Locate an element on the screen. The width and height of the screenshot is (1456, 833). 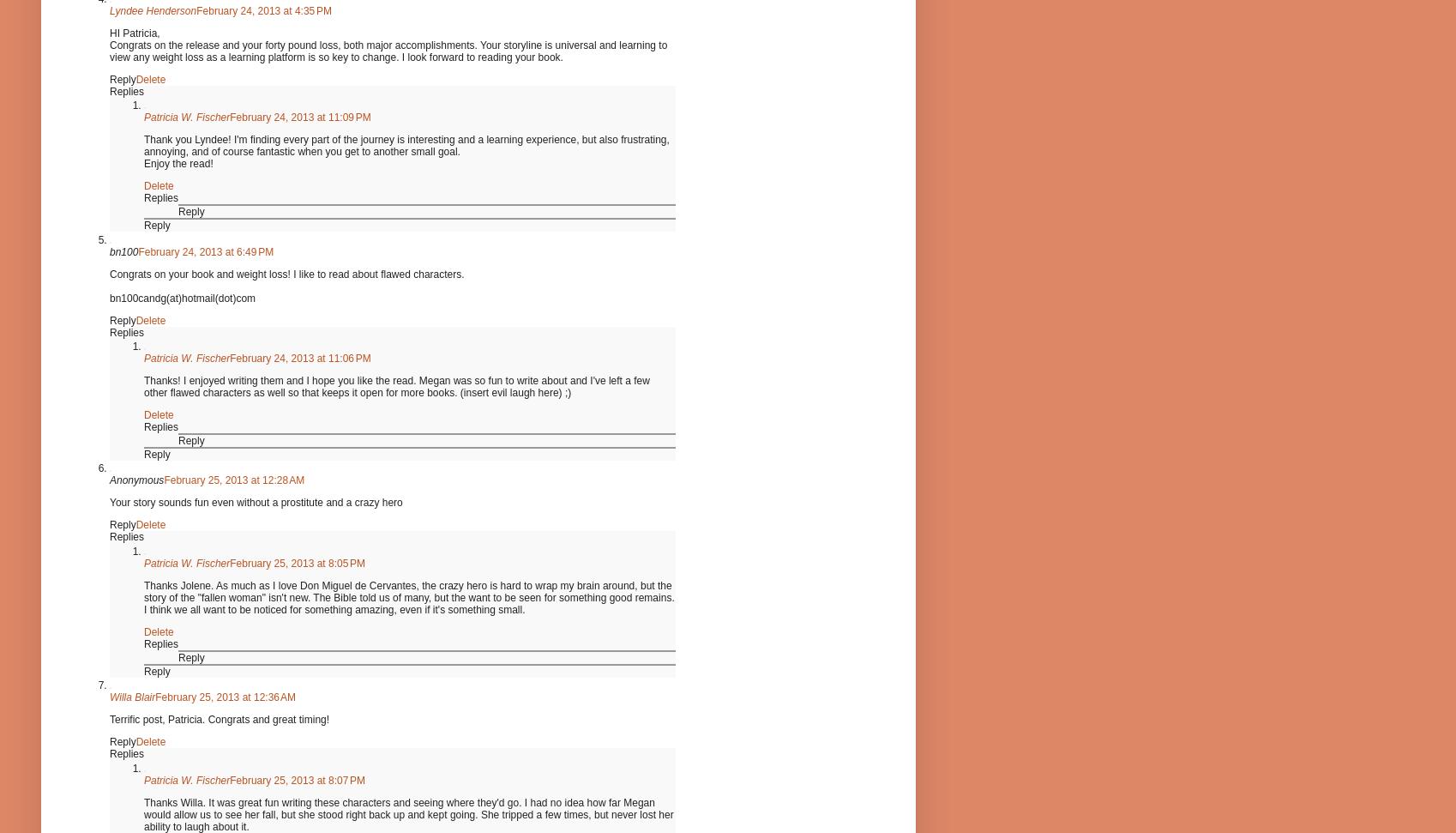
'Lyndee Henderson' is located at coordinates (153, 10).